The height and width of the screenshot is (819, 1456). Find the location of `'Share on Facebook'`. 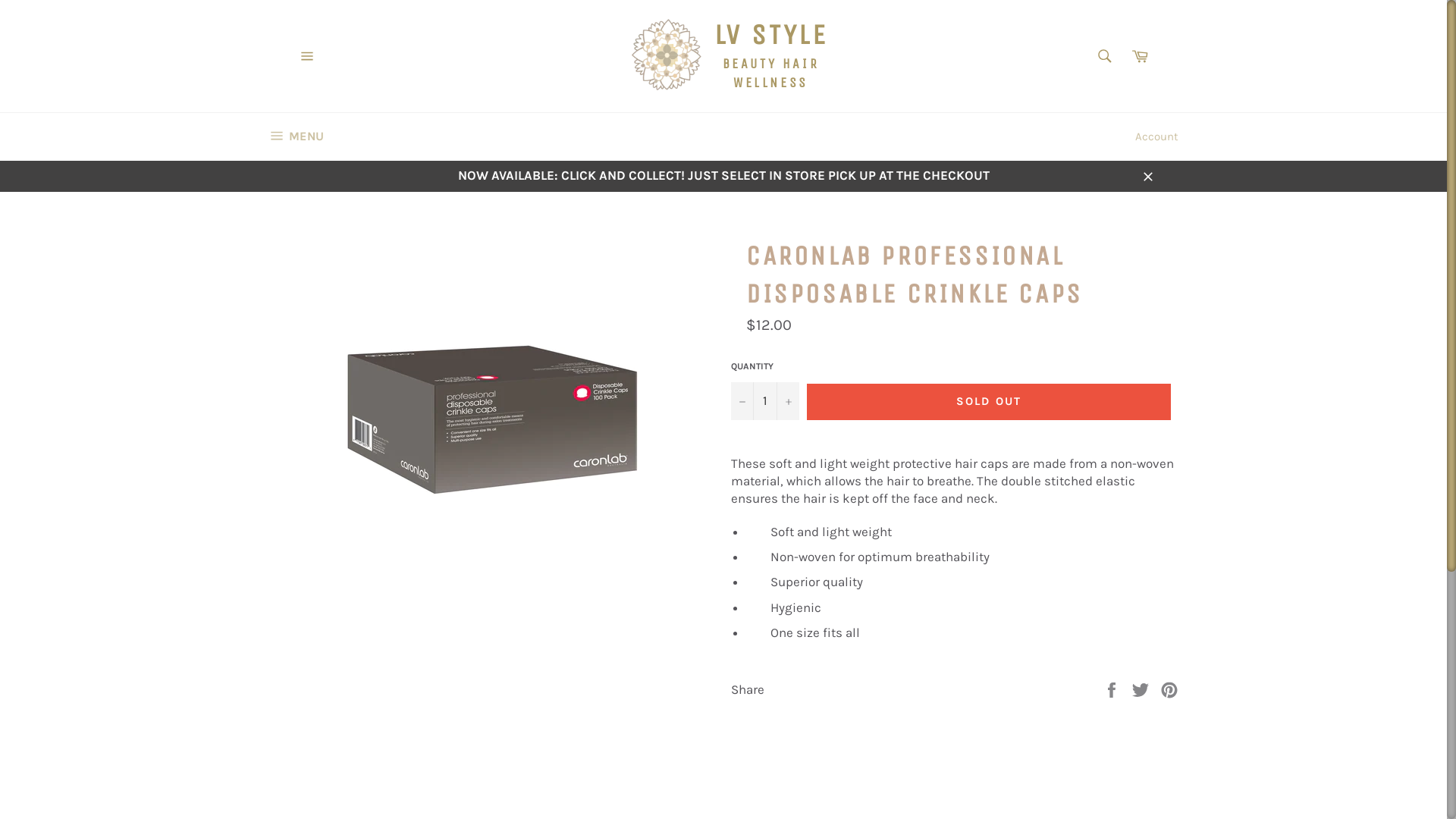

'Share on Facebook' is located at coordinates (1103, 689).